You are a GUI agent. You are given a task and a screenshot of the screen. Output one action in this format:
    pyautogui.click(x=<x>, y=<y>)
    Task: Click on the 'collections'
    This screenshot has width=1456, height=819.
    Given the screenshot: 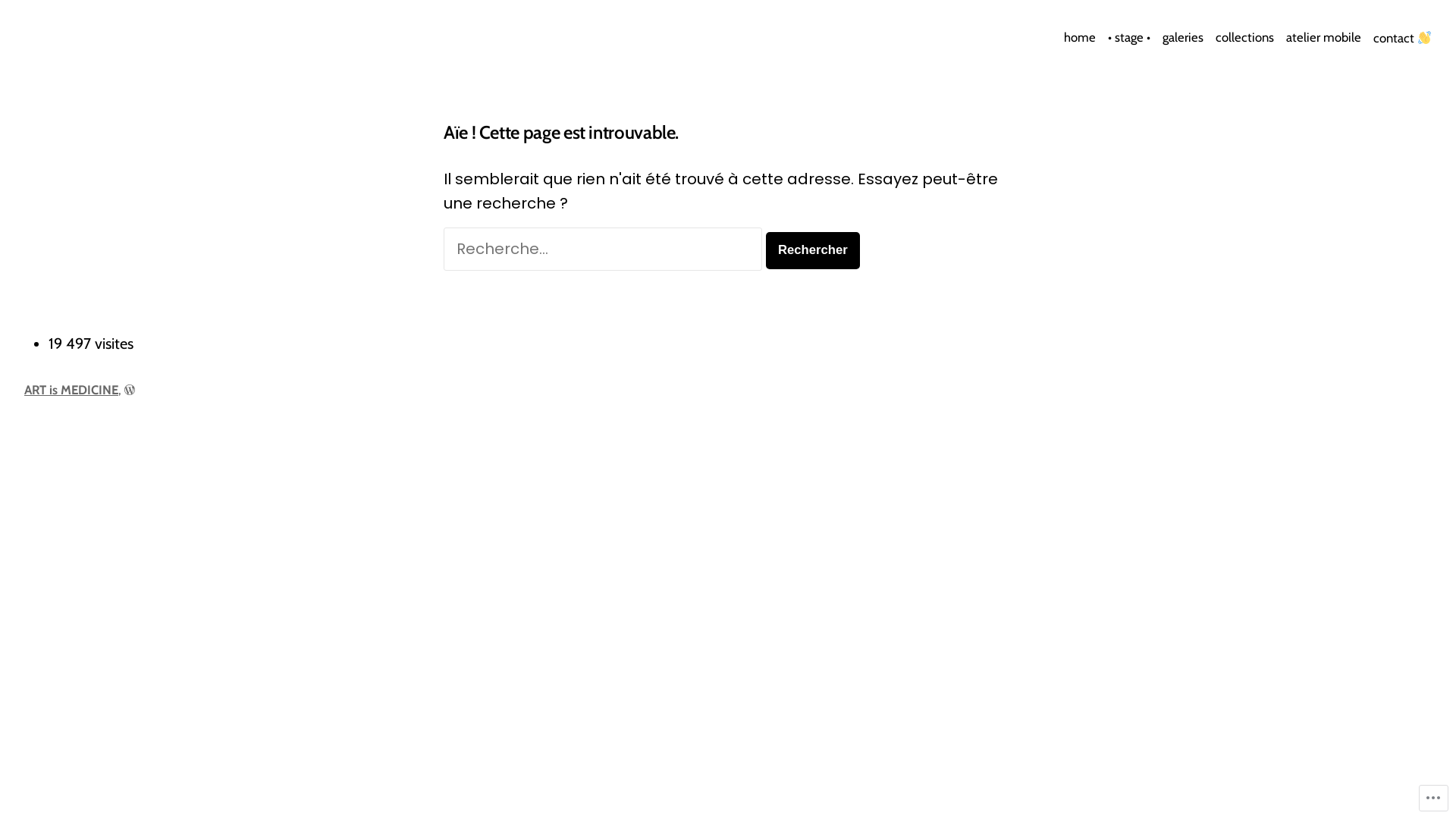 What is the action you would take?
    pyautogui.click(x=1244, y=37)
    